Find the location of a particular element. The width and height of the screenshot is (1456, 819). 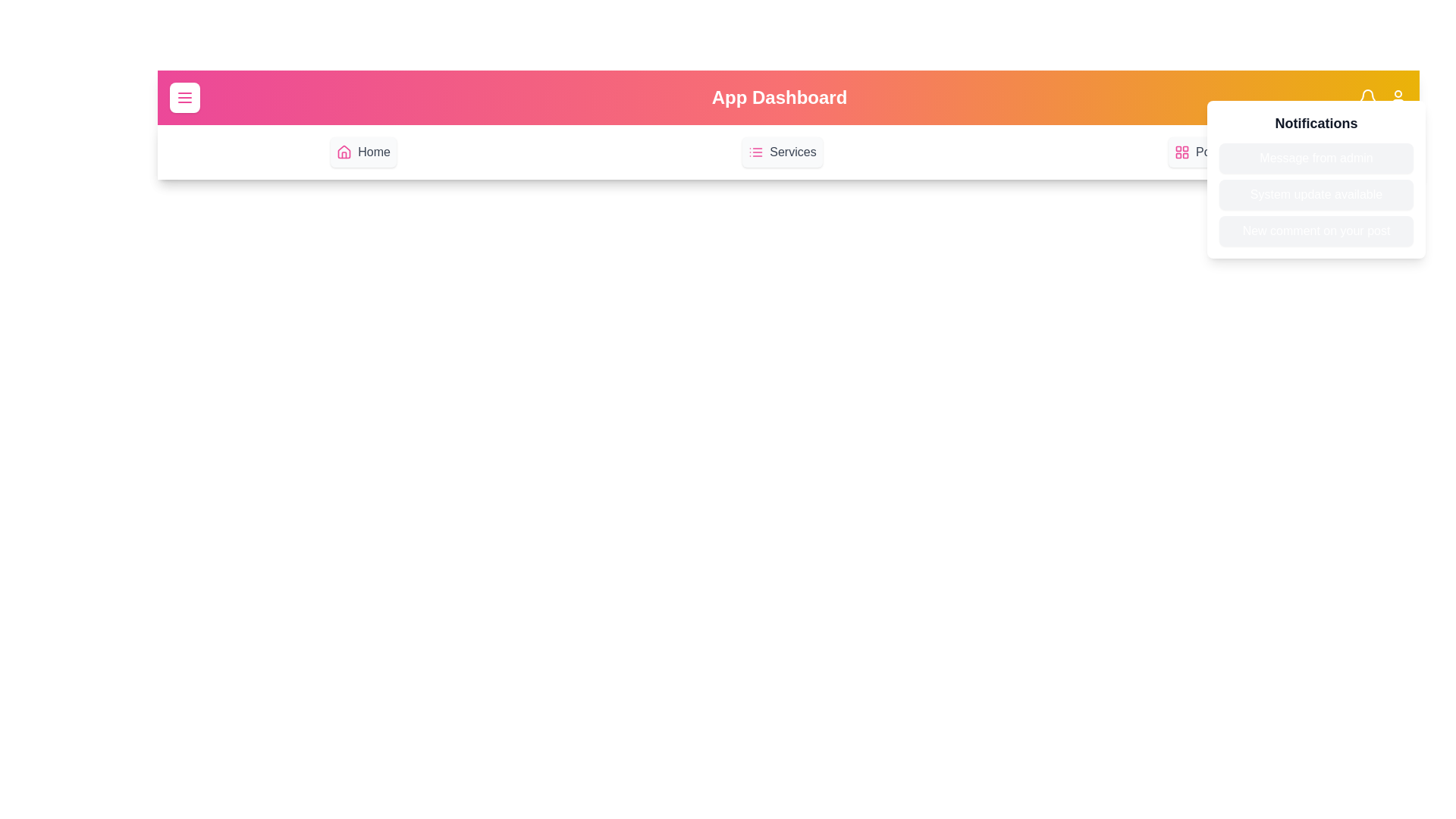

the navigation menu item Portfolio is located at coordinates (1207, 152).